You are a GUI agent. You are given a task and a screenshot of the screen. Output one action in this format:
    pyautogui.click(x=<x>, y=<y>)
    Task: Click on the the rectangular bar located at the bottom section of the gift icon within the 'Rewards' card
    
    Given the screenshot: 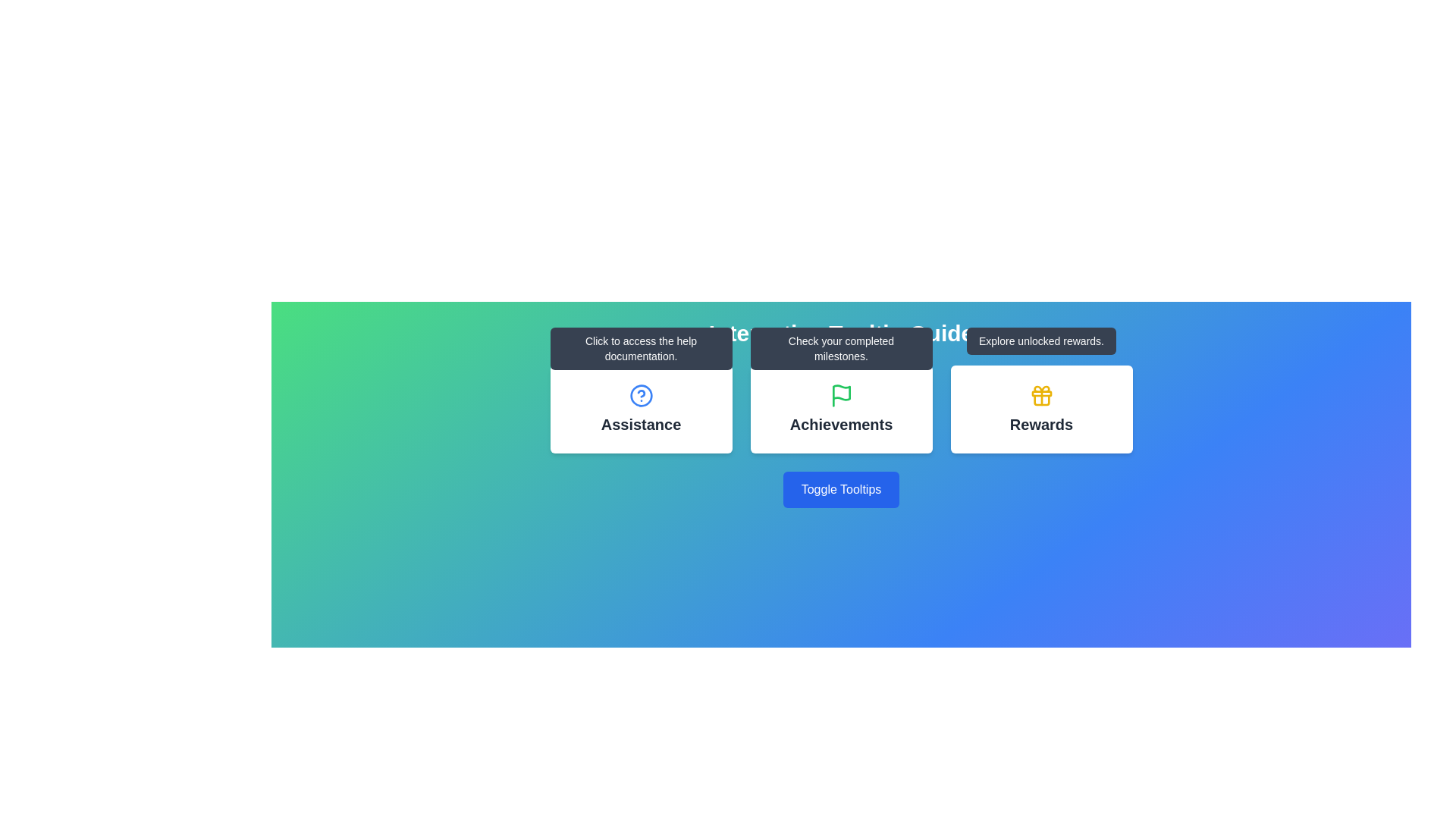 What is the action you would take?
    pyautogui.click(x=1040, y=393)
    